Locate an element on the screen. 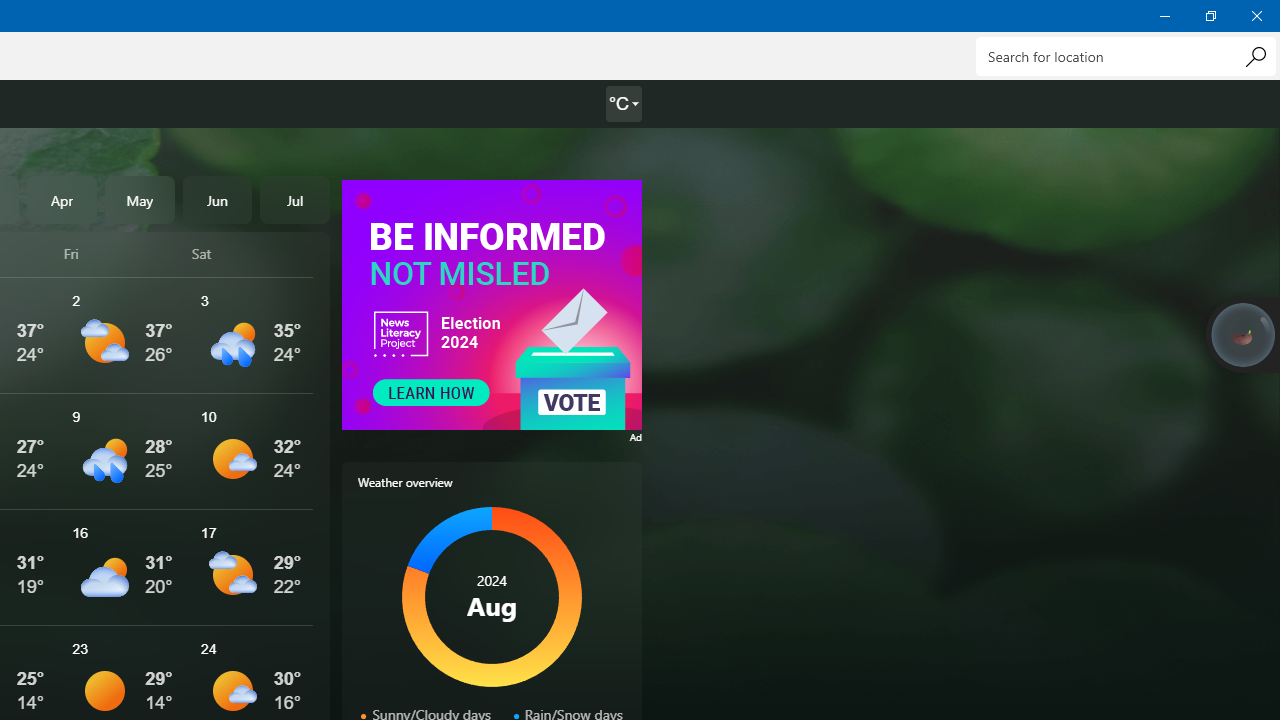 The height and width of the screenshot is (720, 1280). 'Restore Weather' is located at coordinates (1209, 15).